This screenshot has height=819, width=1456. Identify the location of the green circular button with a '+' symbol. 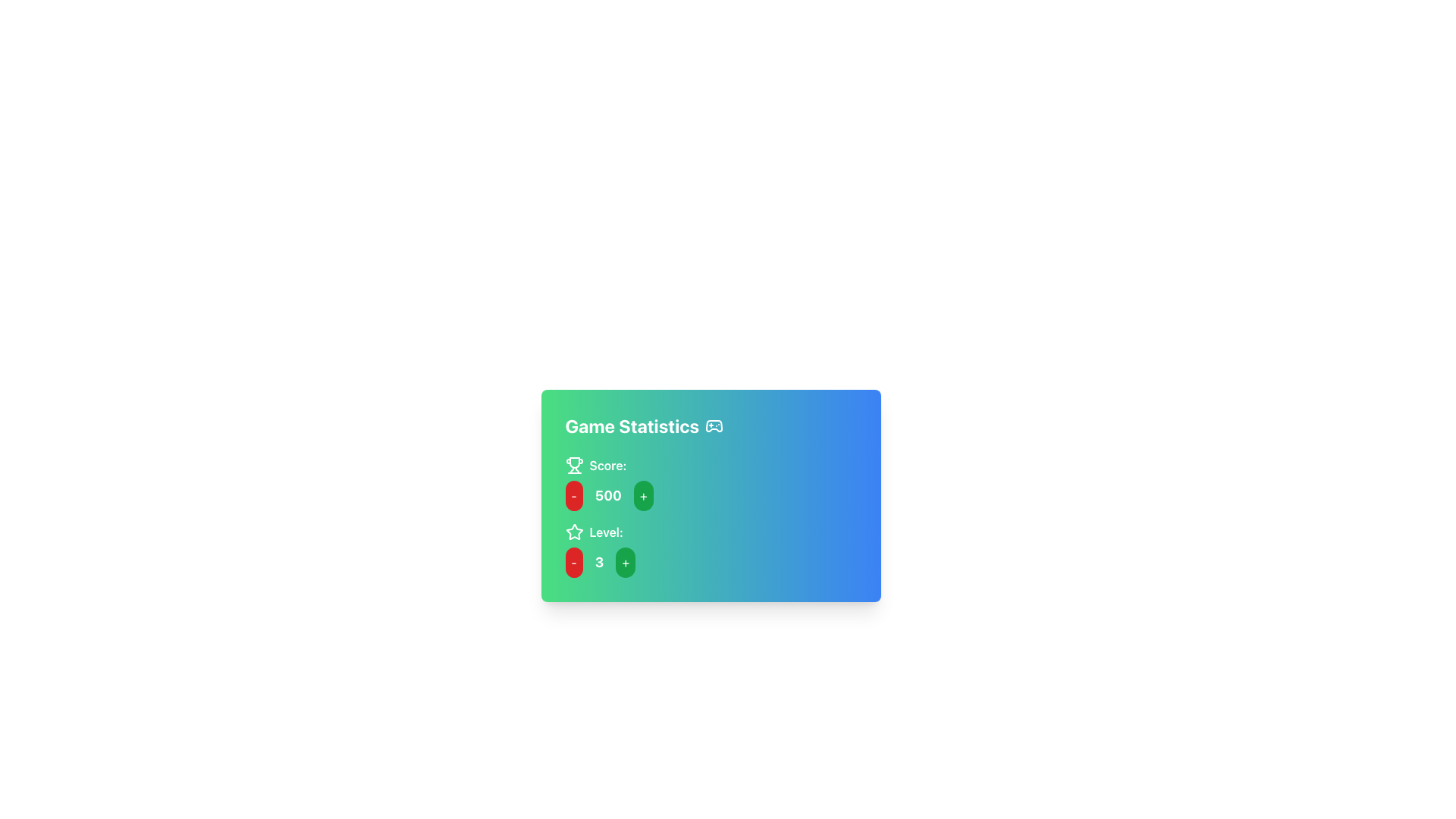
(643, 496).